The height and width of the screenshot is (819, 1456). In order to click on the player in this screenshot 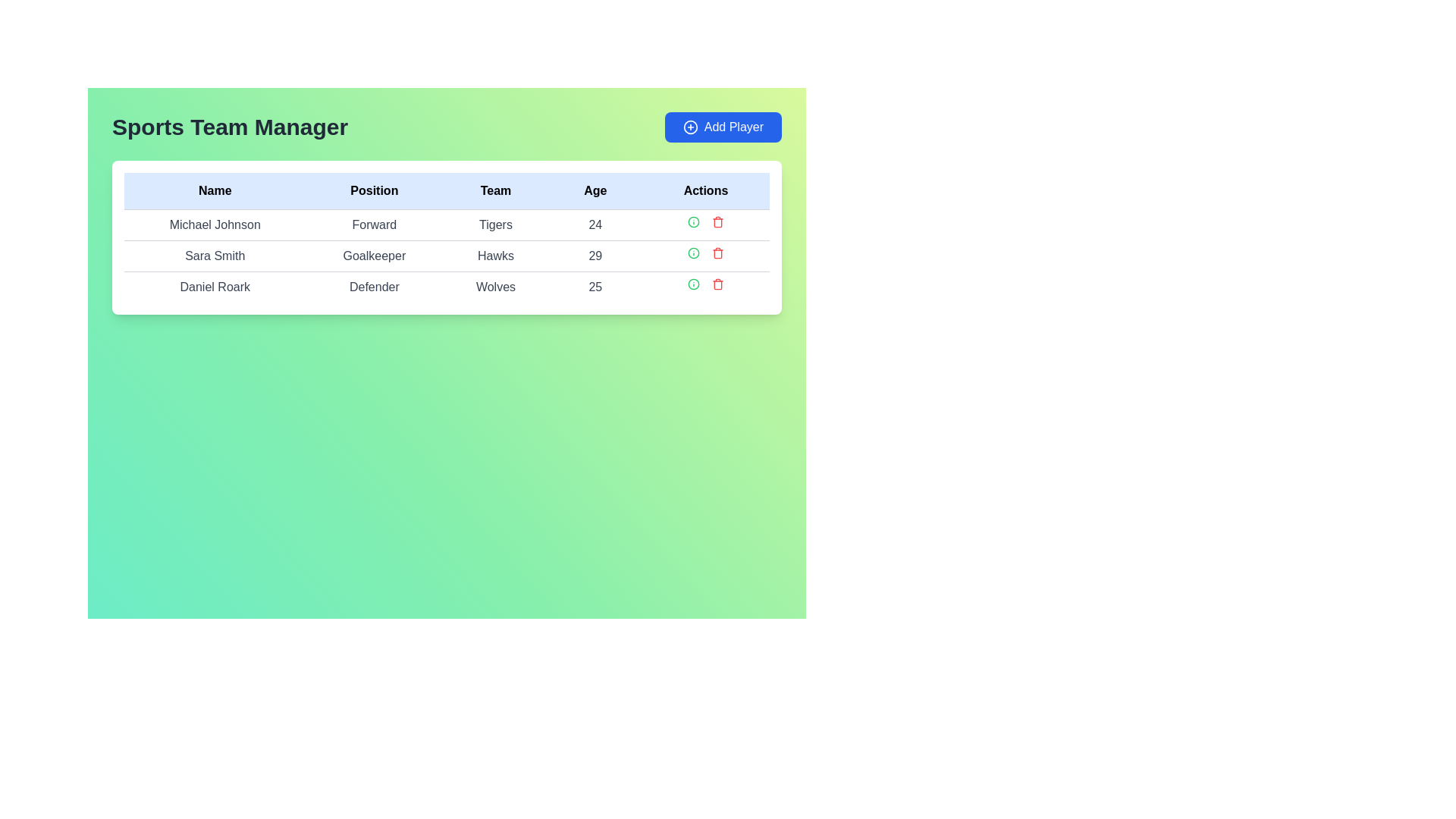, I will do `click(446, 255)`.